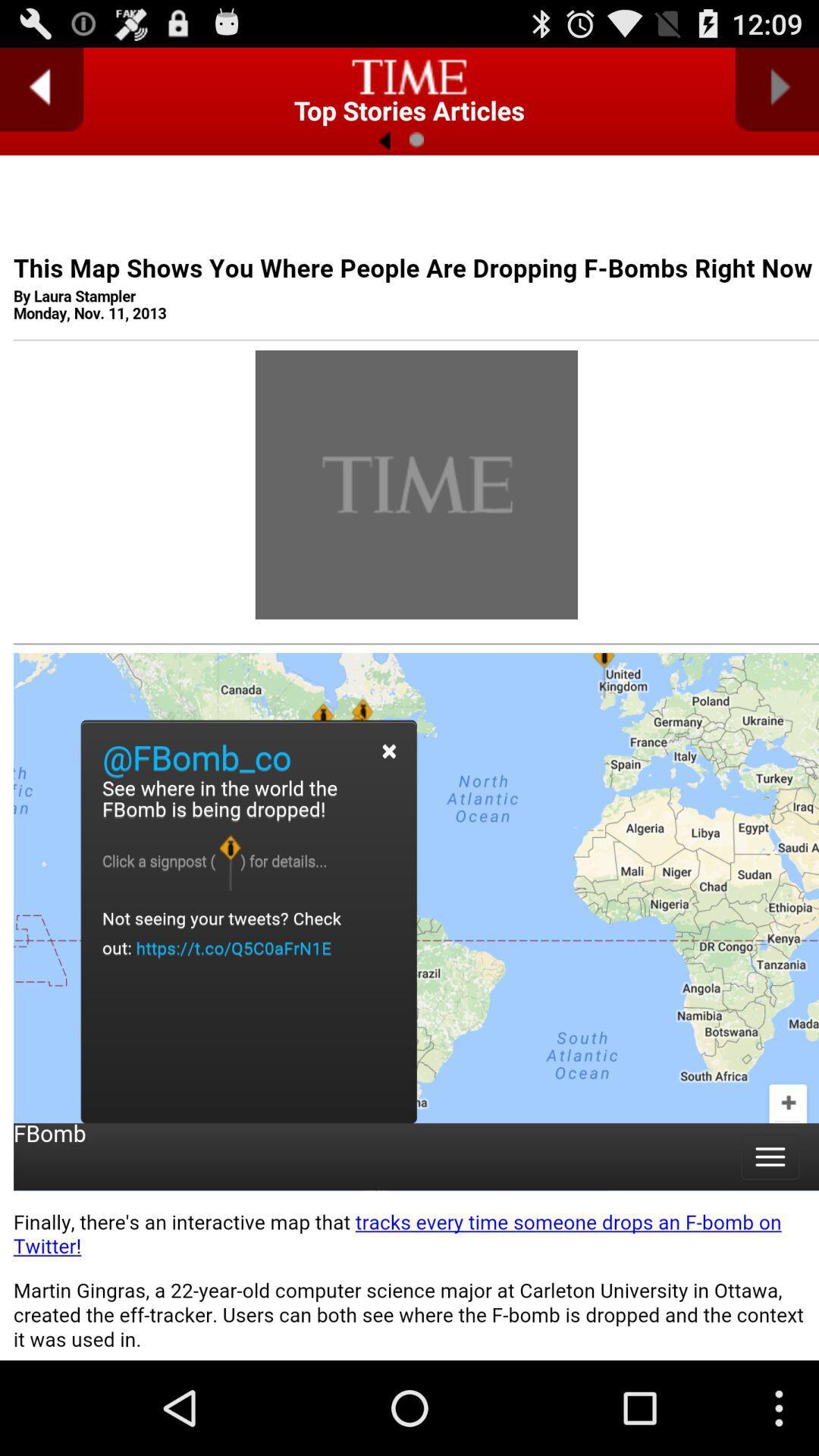 This screenshot has height=1456, width=819. I want to click on next, so click(777, 89).